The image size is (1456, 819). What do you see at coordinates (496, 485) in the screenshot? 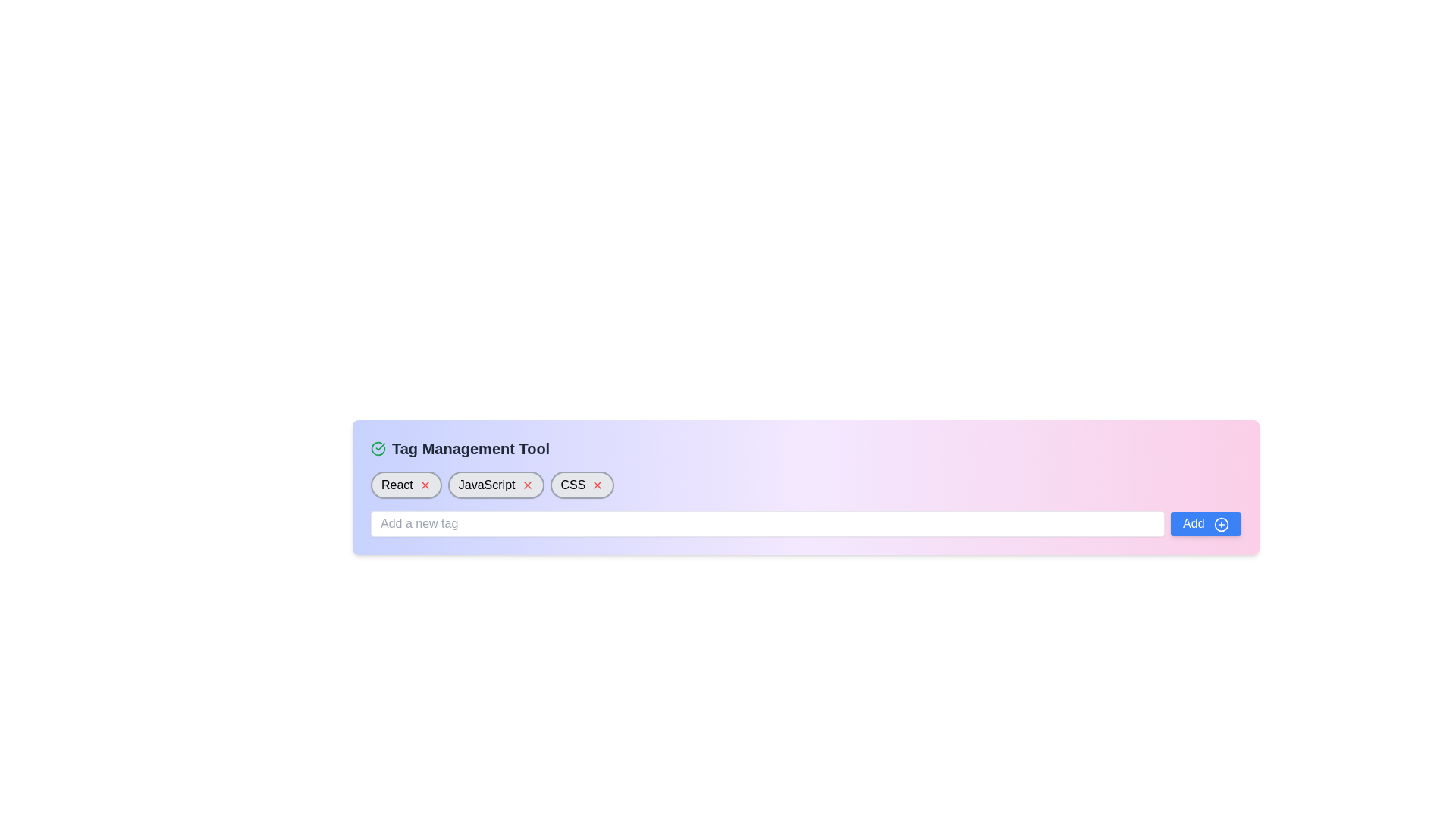
I see `the red 'x' icon on the removable tag labeled 'JavaScript'` at bounding box center [496, 485].